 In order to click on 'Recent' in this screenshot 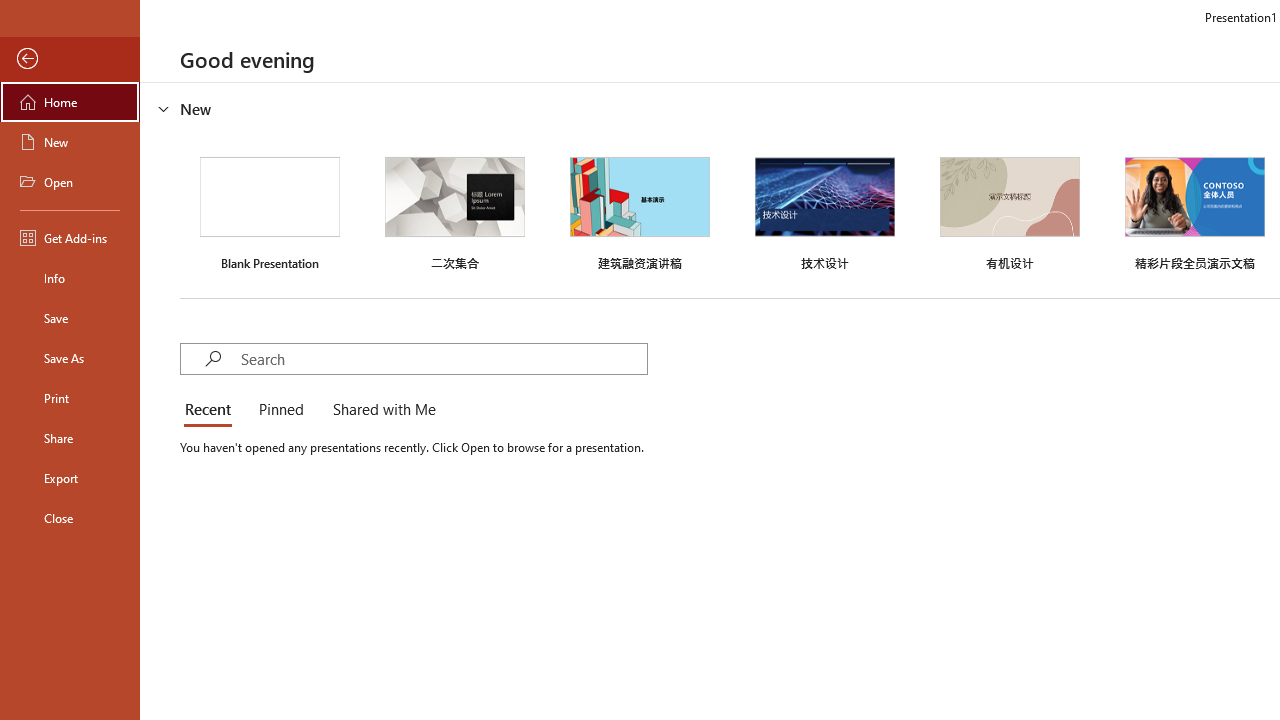, I will do `click(212, 410)`.